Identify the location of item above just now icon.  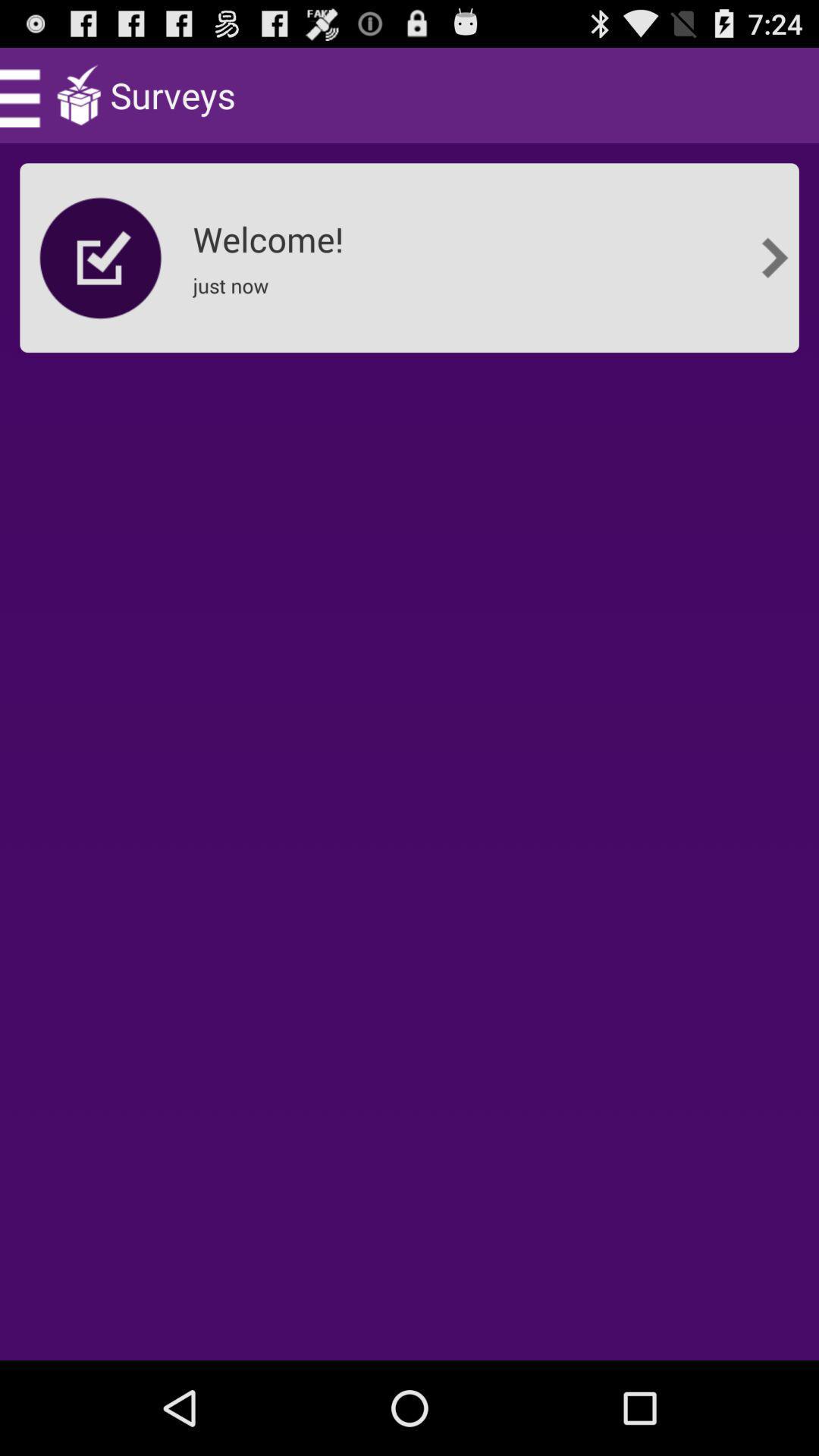
(271, 234).